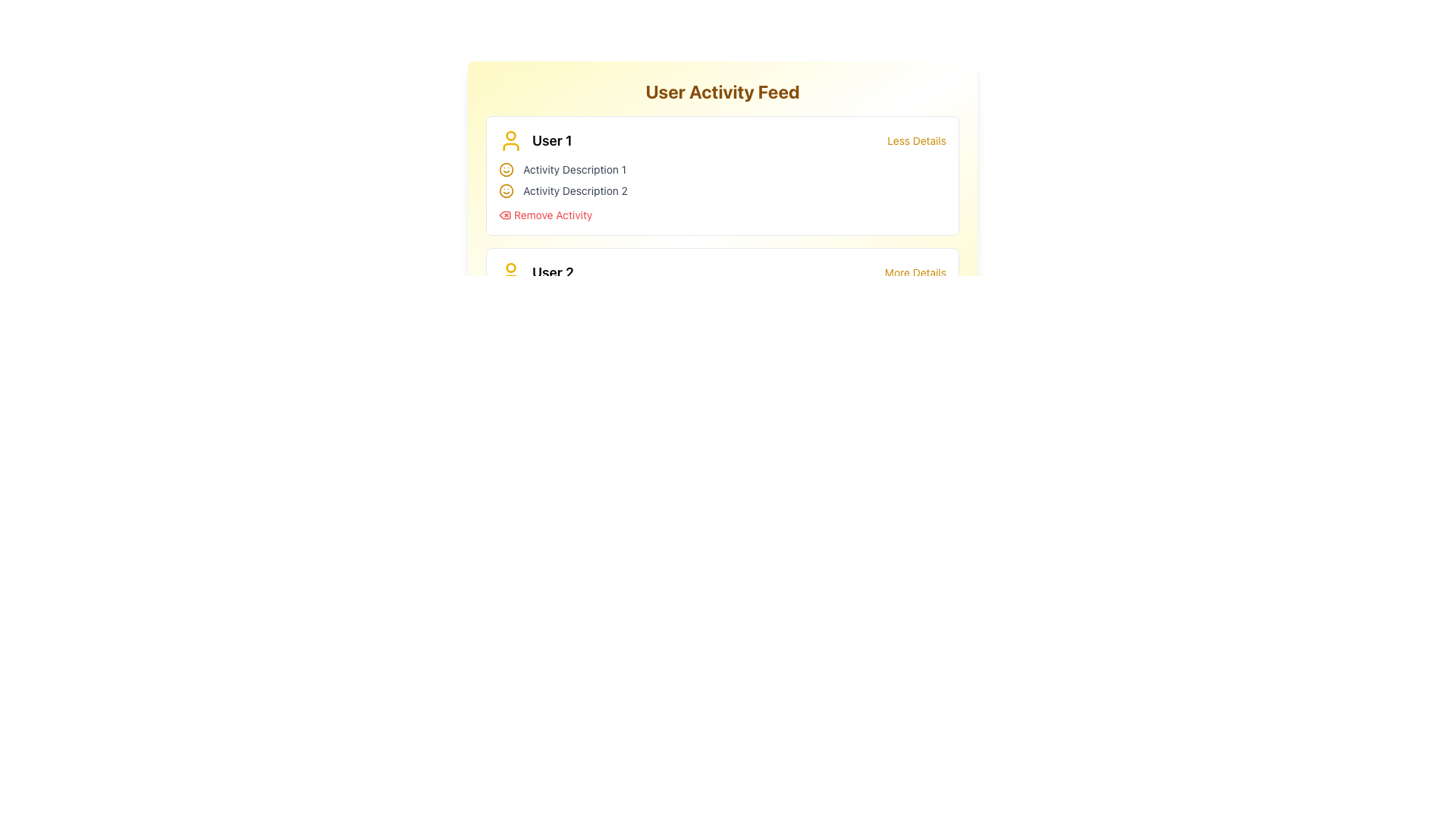 This screenshot has height=819, width=1456. I want to click on the toggle link located to the right of the user title 'User 1' to reduce the visibility of additional user details, so click(916, 140).